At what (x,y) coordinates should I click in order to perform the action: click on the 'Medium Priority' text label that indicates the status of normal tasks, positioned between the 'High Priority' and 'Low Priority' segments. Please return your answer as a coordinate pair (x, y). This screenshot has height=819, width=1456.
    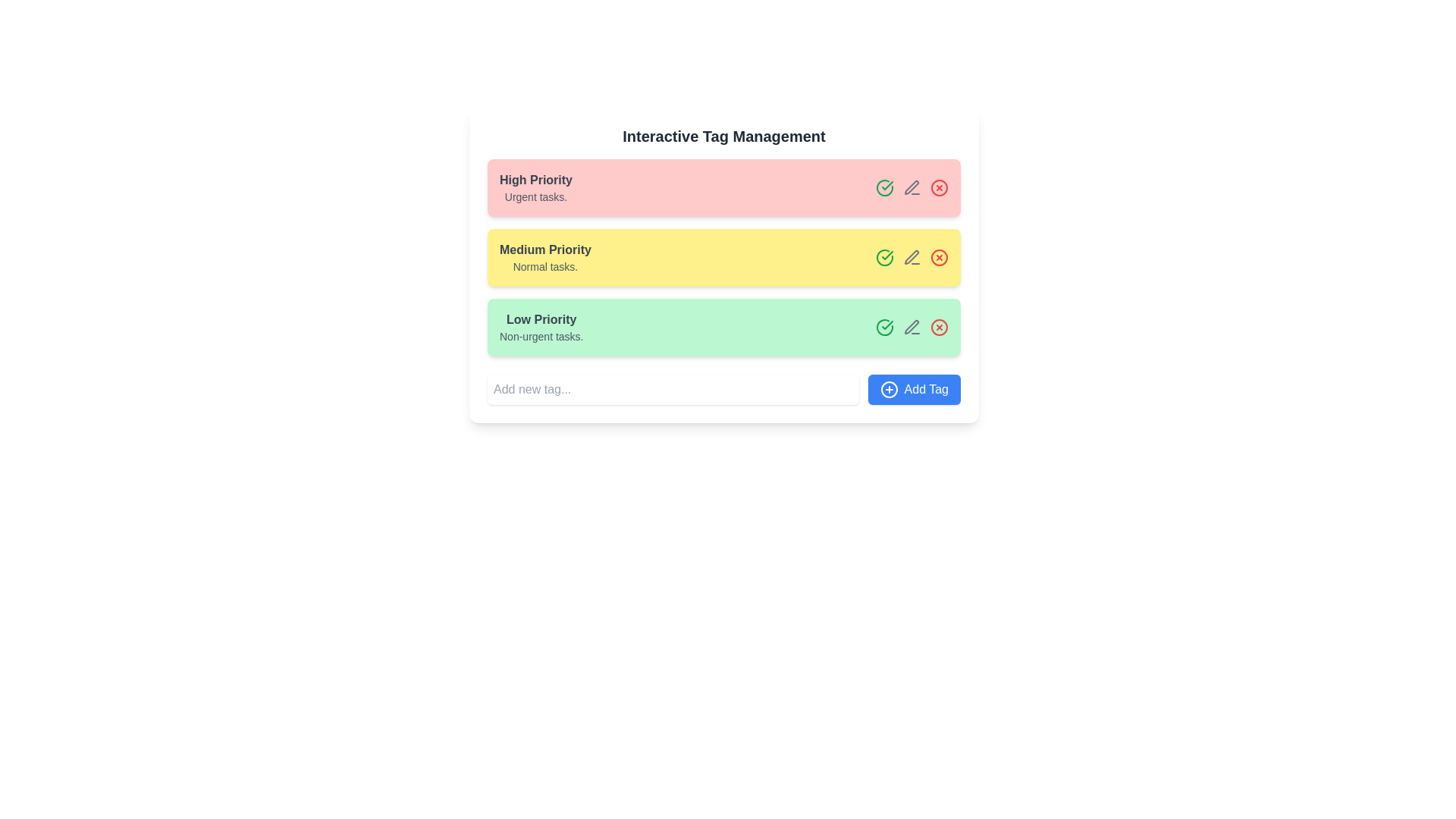
    Looking at the image, I should click on (545, 256).